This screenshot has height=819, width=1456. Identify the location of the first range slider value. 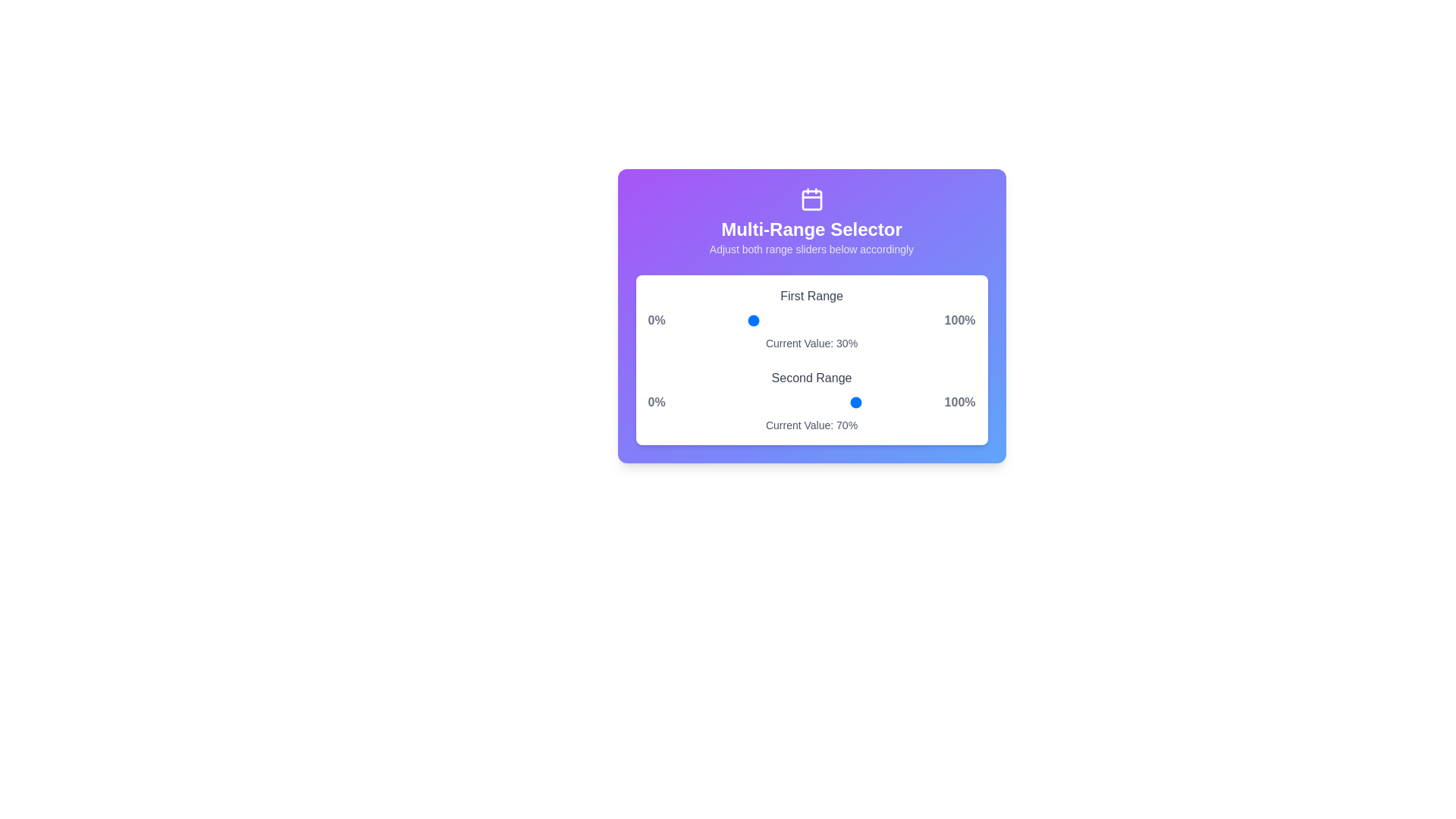
(752, 320).